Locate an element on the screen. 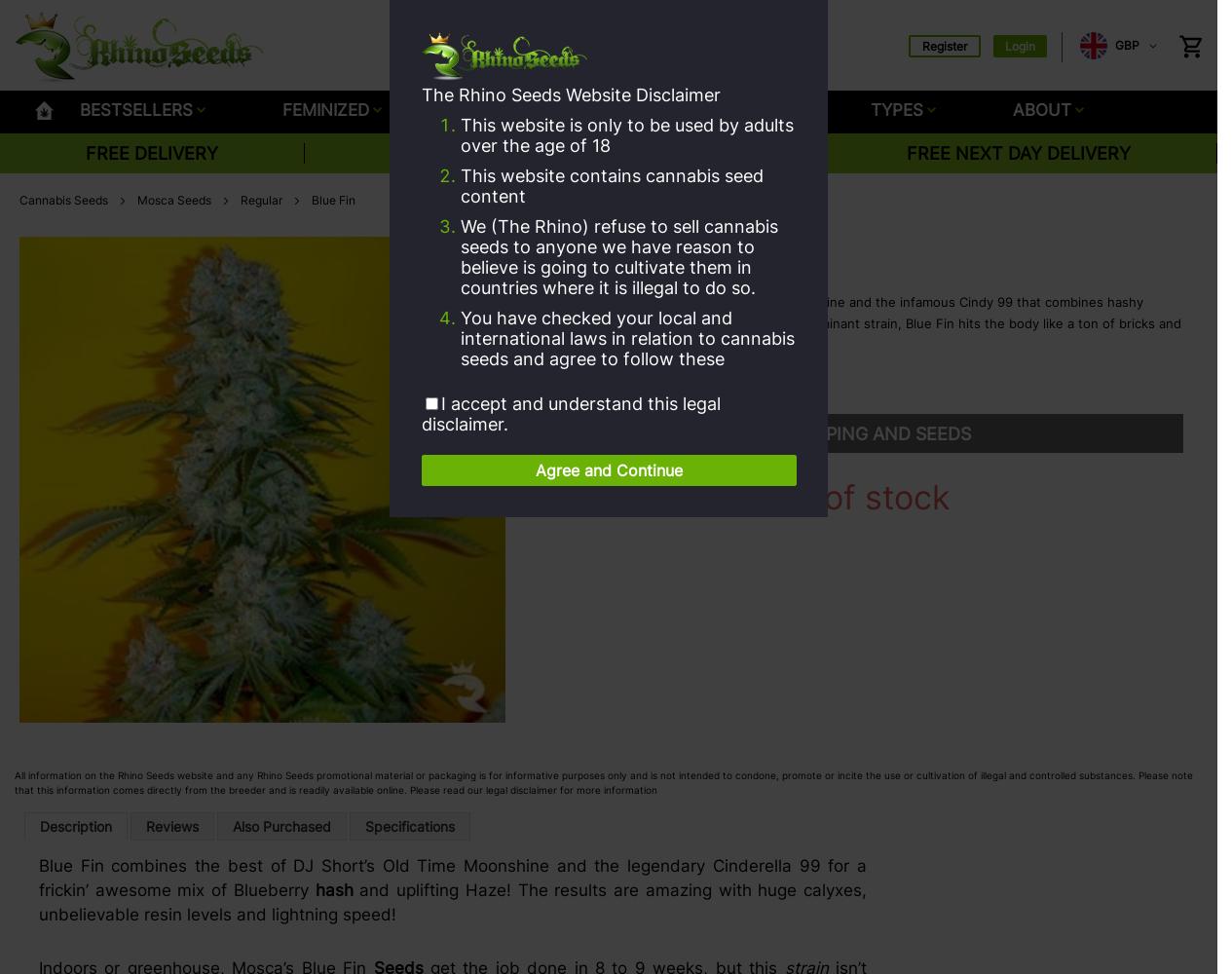 This screenshot has height=974, width=1232. 'and uplifting Haze! The results are amazing with huge calyxes, unbelievable resin levels and lightning speed!' is located at coordinates (453, 902).